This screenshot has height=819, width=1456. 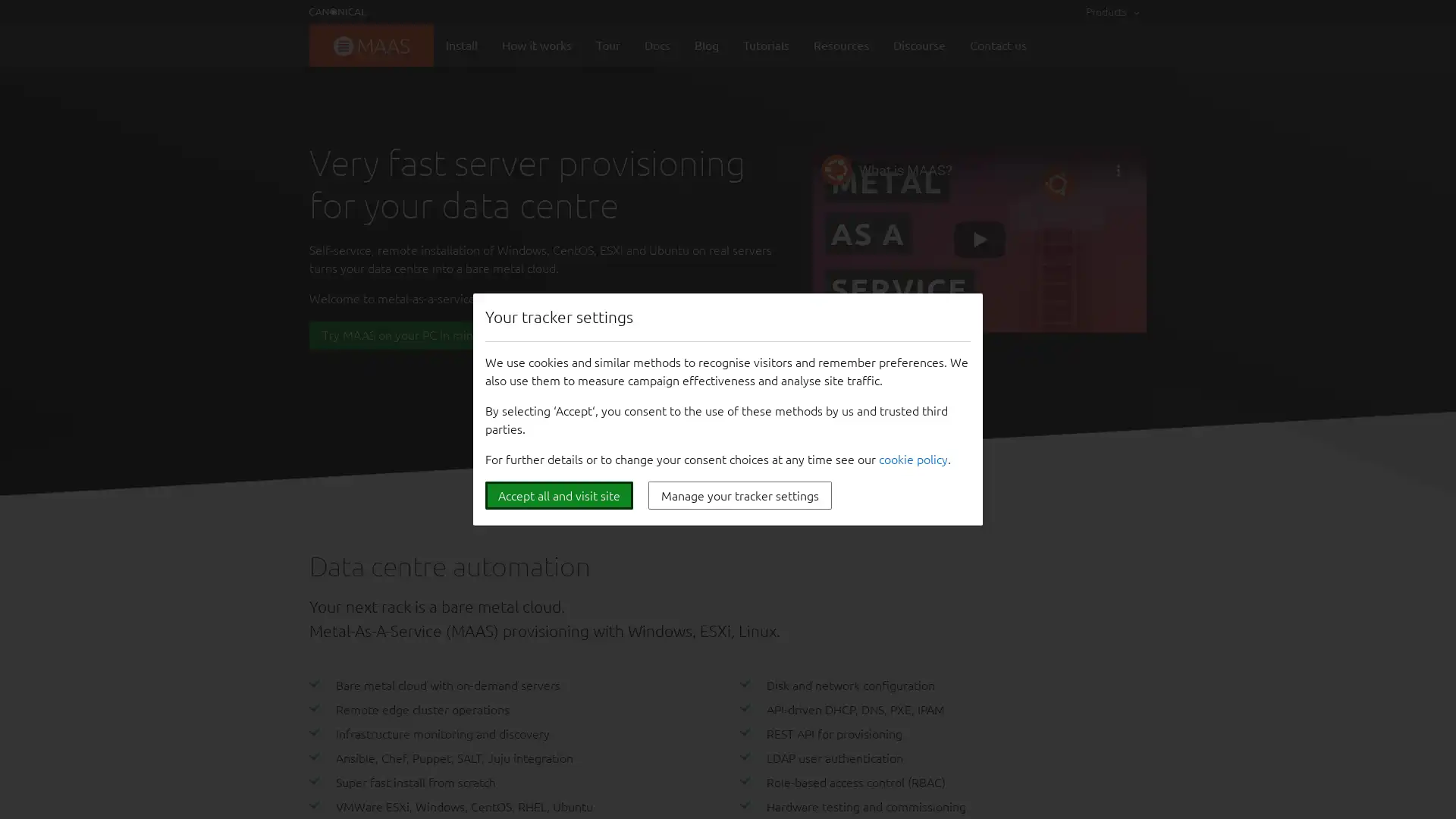 I want to click on Manage your tracker settings, so click(x=739, y=495).